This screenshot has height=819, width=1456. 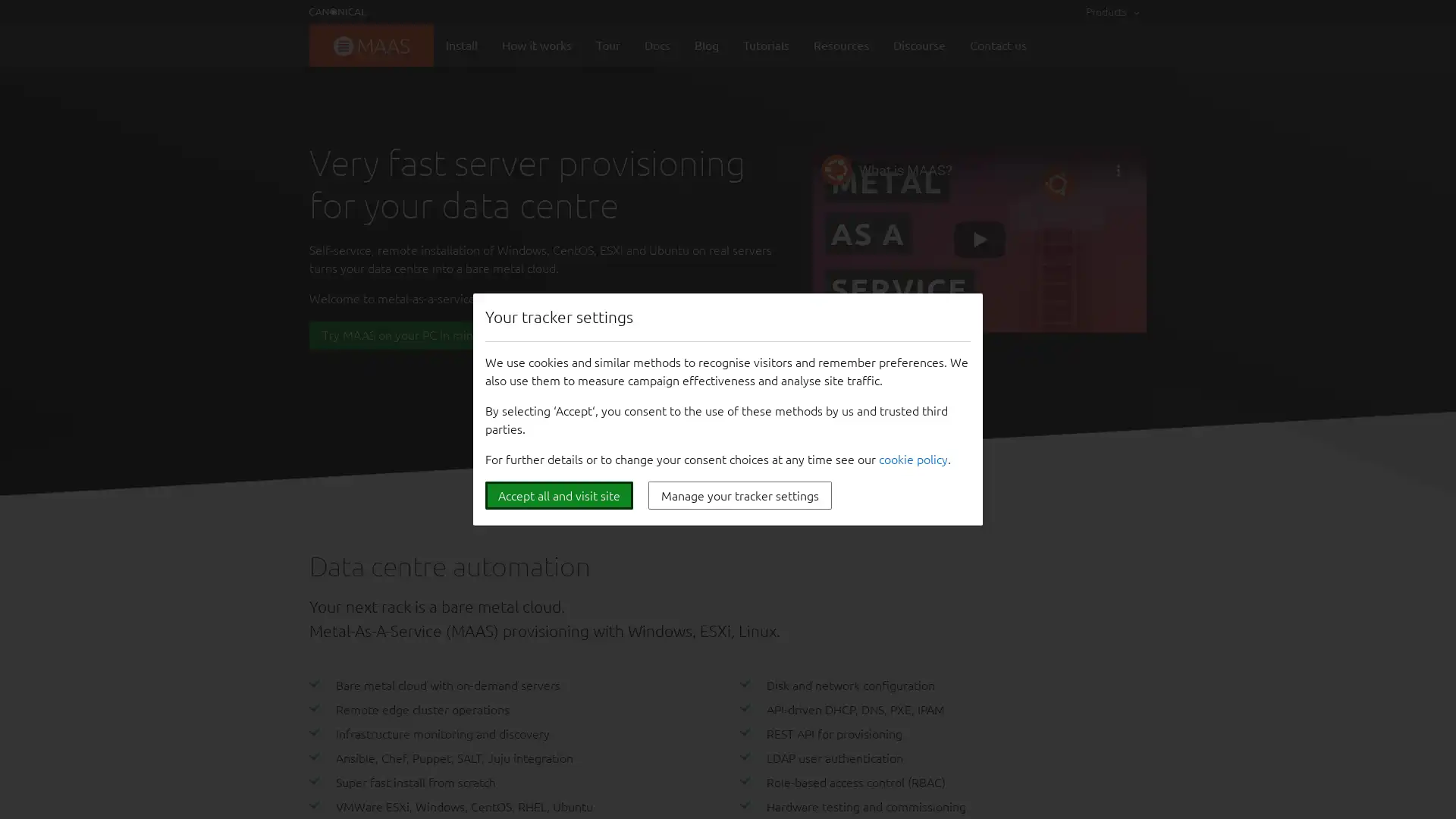 I want to click on Manage your tracker settings, so click(x=739, y=495).